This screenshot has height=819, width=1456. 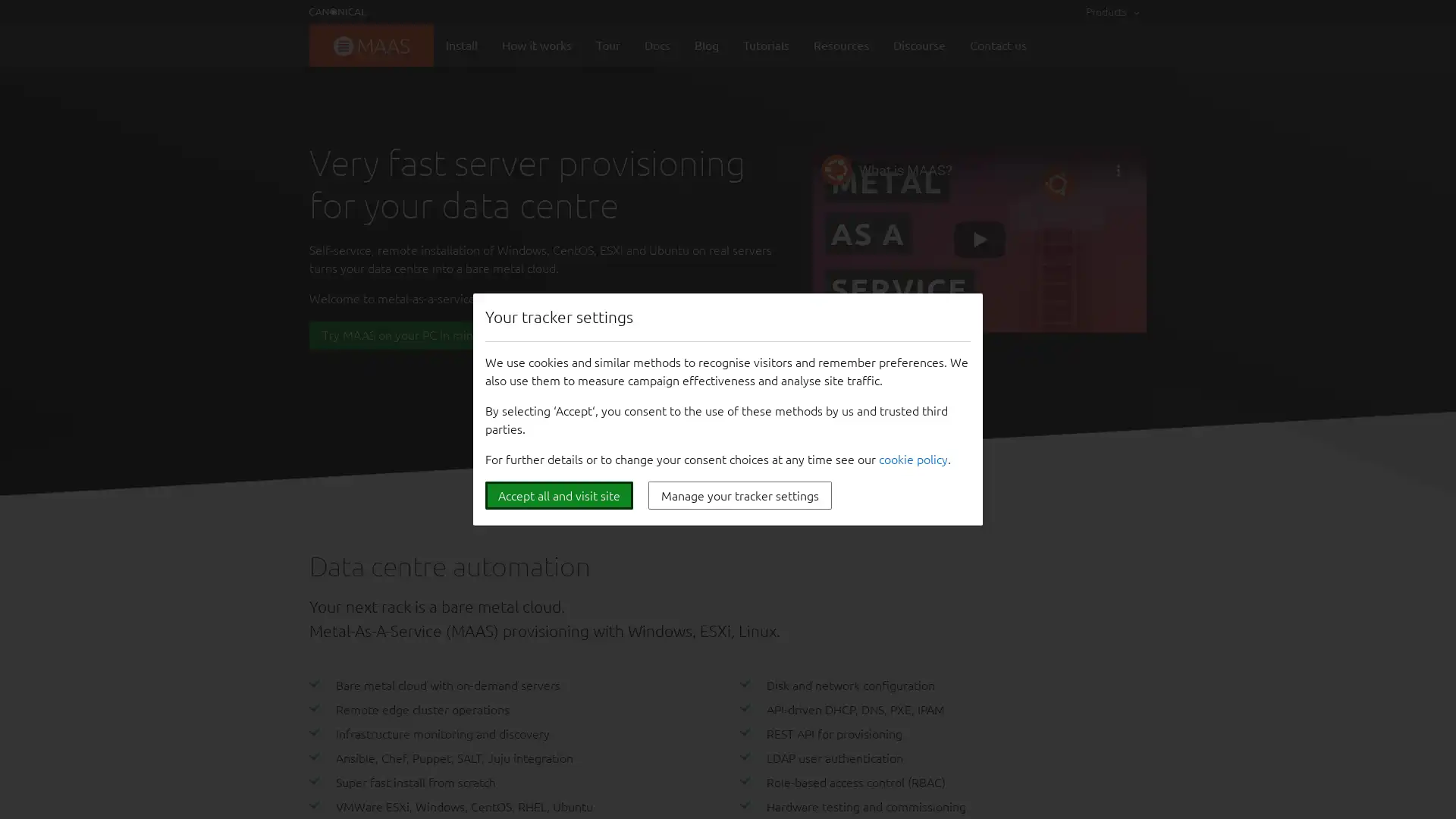 I want to click on Manage your tracker settings, so click(x=739, y=495).